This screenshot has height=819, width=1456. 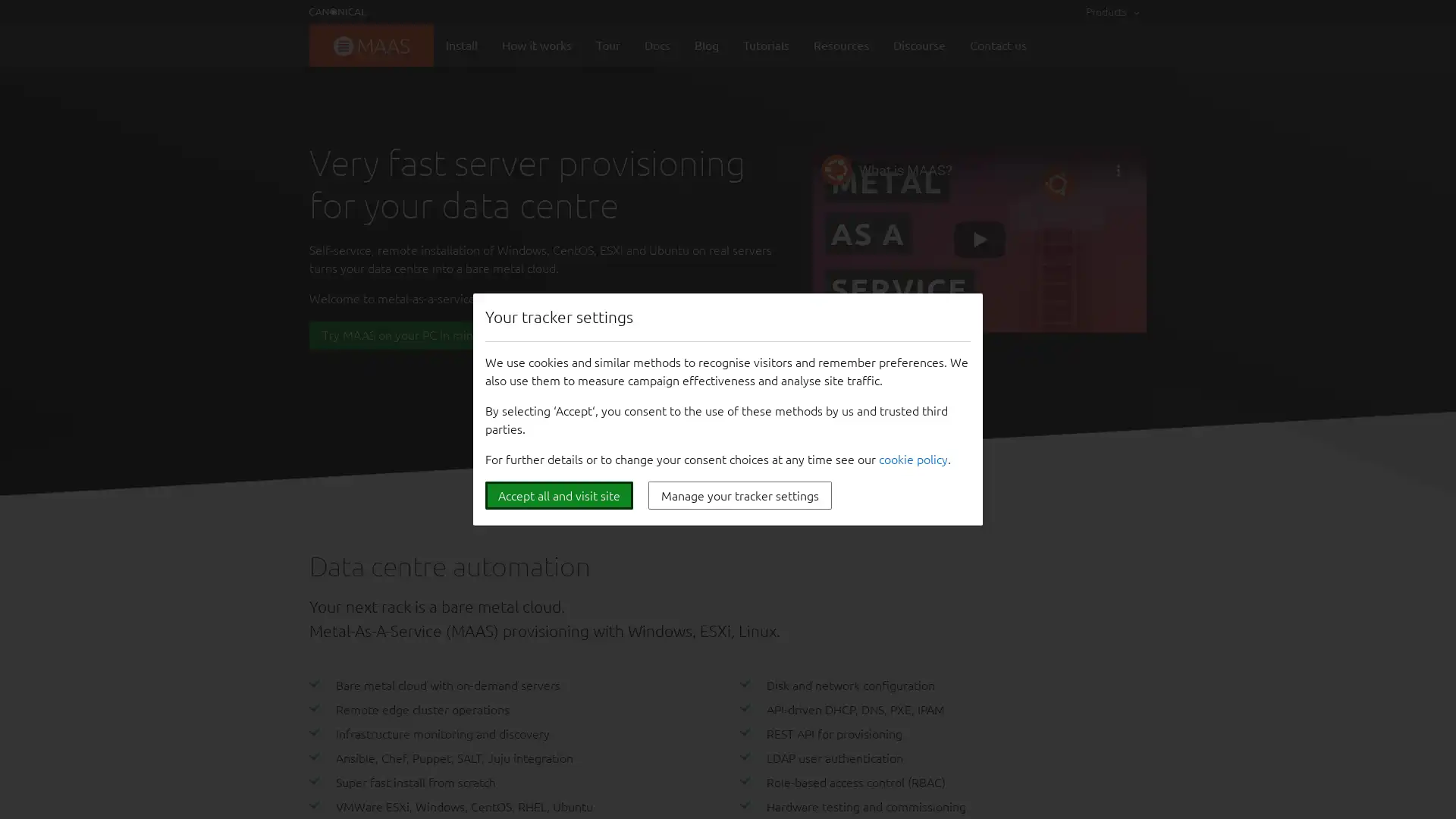 I want to click on Manage your tracker settings, so click(x=739, y=495).